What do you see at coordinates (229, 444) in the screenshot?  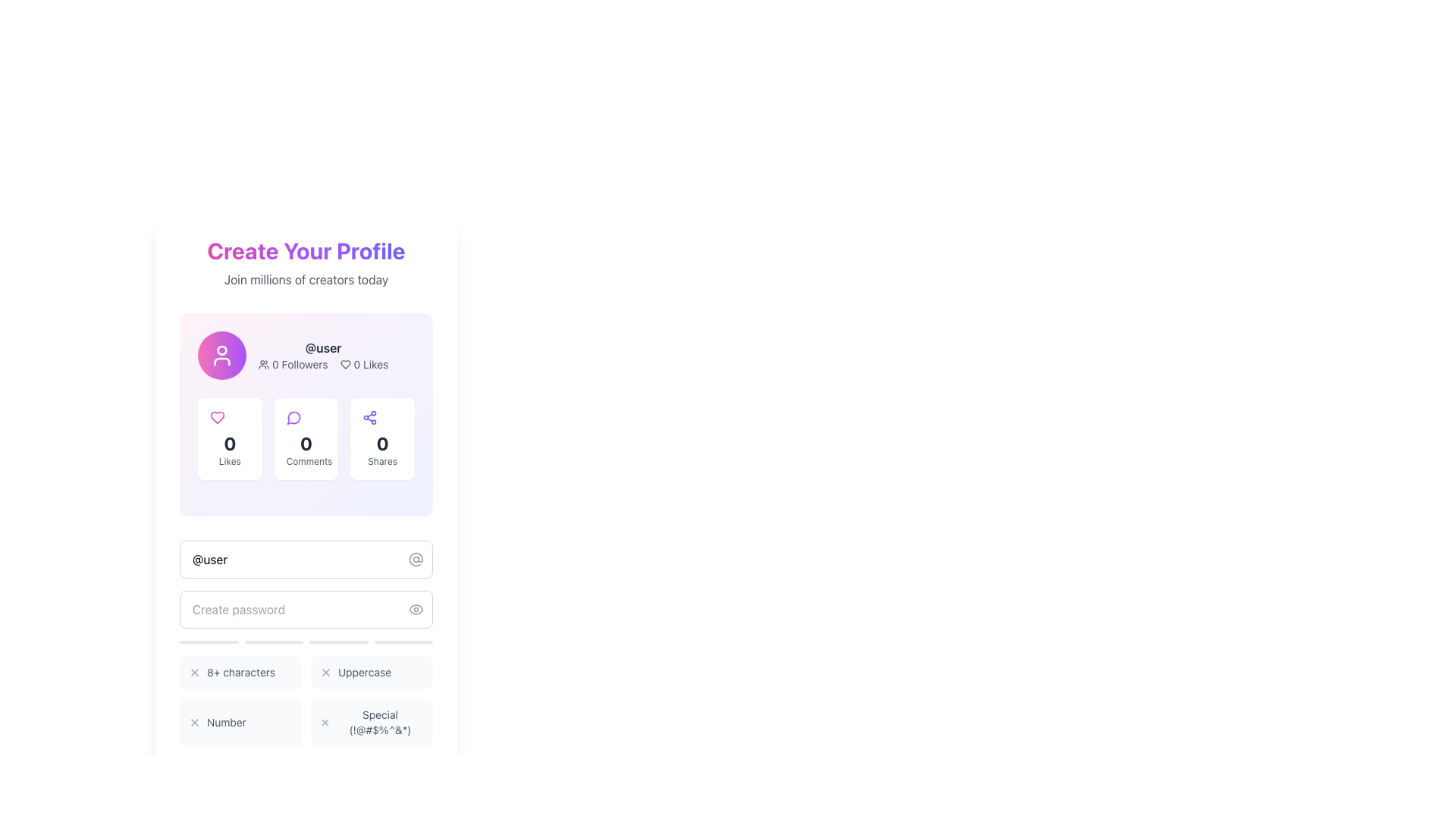 I see `displayed numeral '0' which represents the count of Likes, styled in bold with a large font size, located within the summary card in the user interface` at bounding box center [229, 444].